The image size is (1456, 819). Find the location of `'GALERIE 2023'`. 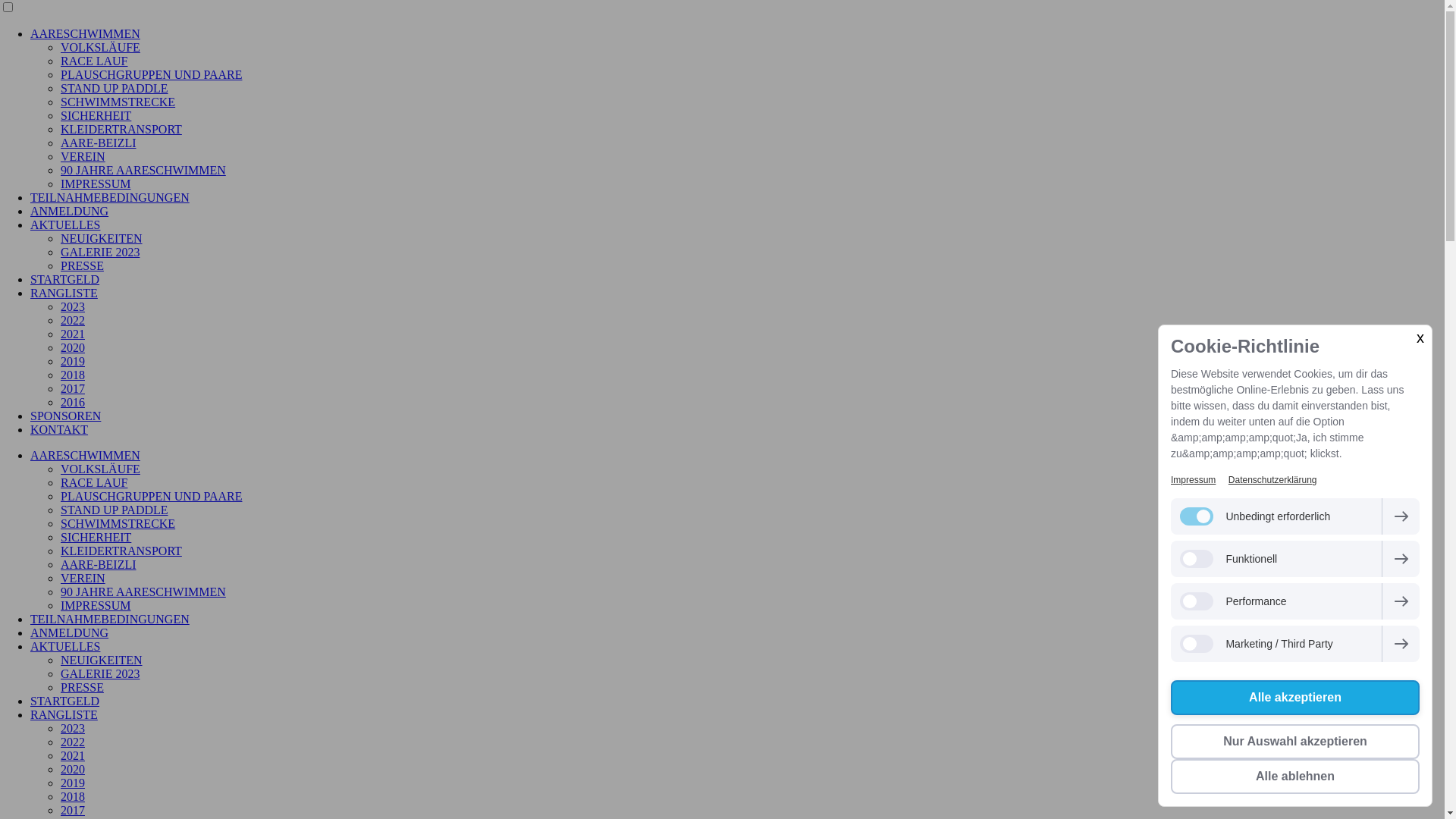

'GALERIE 2023' is located at coordinates (61, 673).